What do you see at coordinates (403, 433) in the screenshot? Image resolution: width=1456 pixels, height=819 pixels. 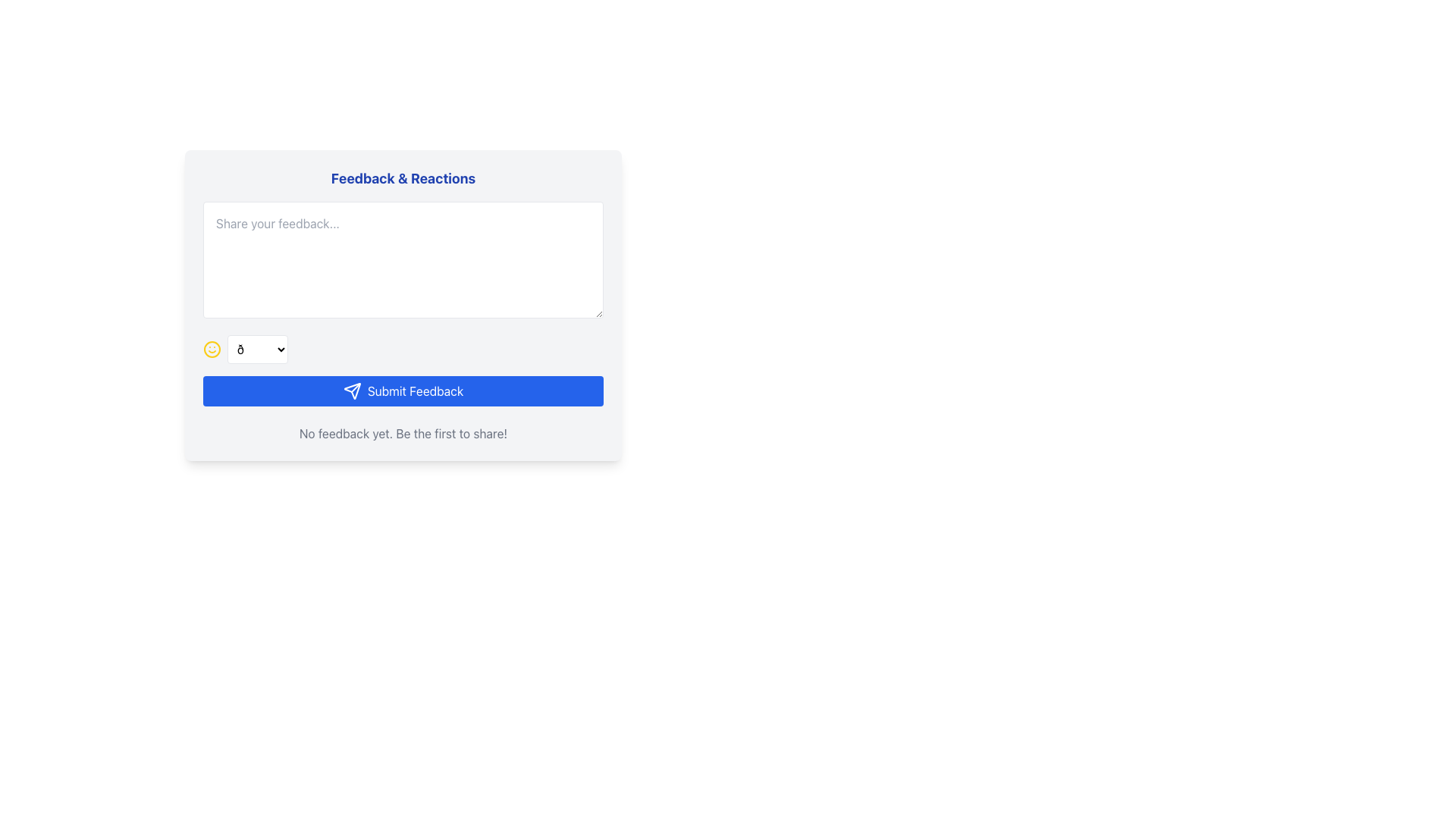 I see `the informational text that reads 'No feedback yet. Be the first to share!' positioned at the bottom of the feedback module, just below the 'Submit Feedback' button` at bounding box center [403, 433].